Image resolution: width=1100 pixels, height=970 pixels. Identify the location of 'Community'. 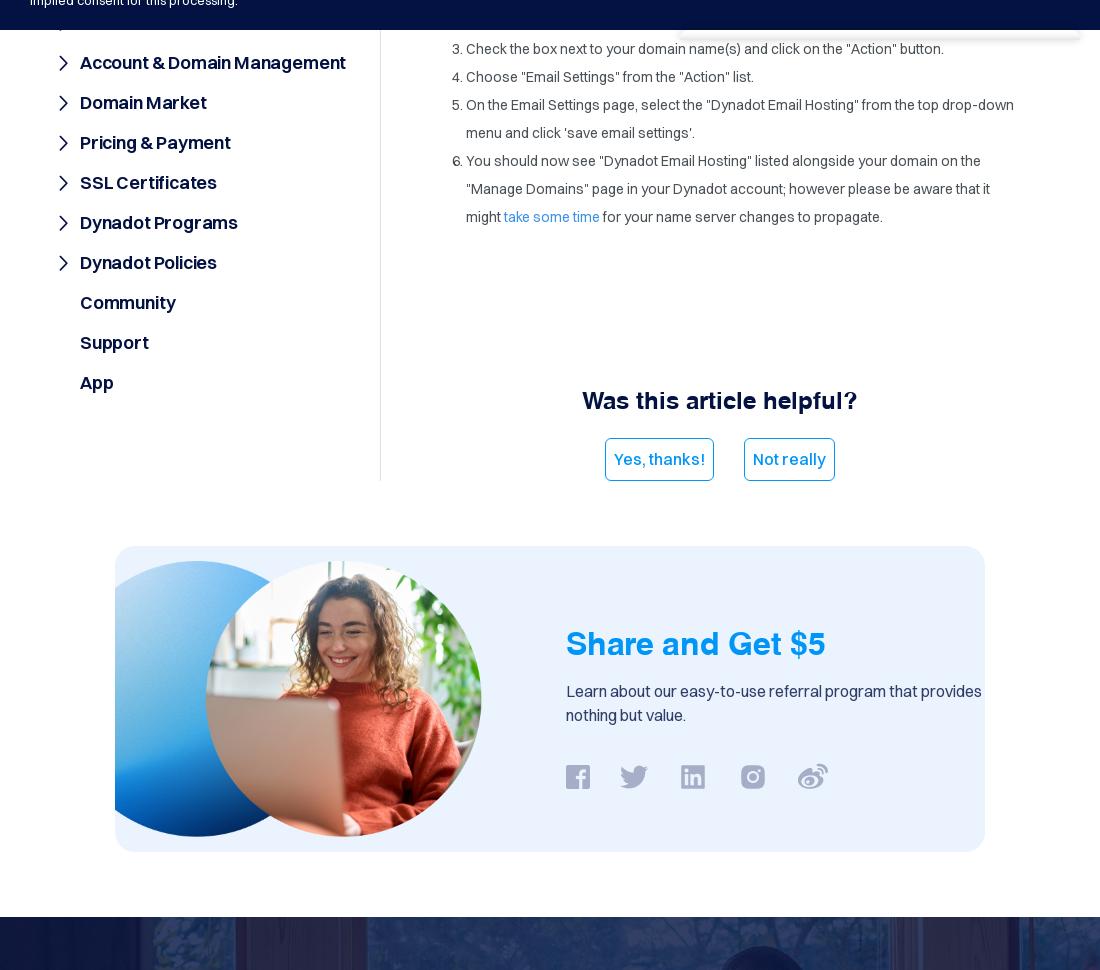
(127, 302).